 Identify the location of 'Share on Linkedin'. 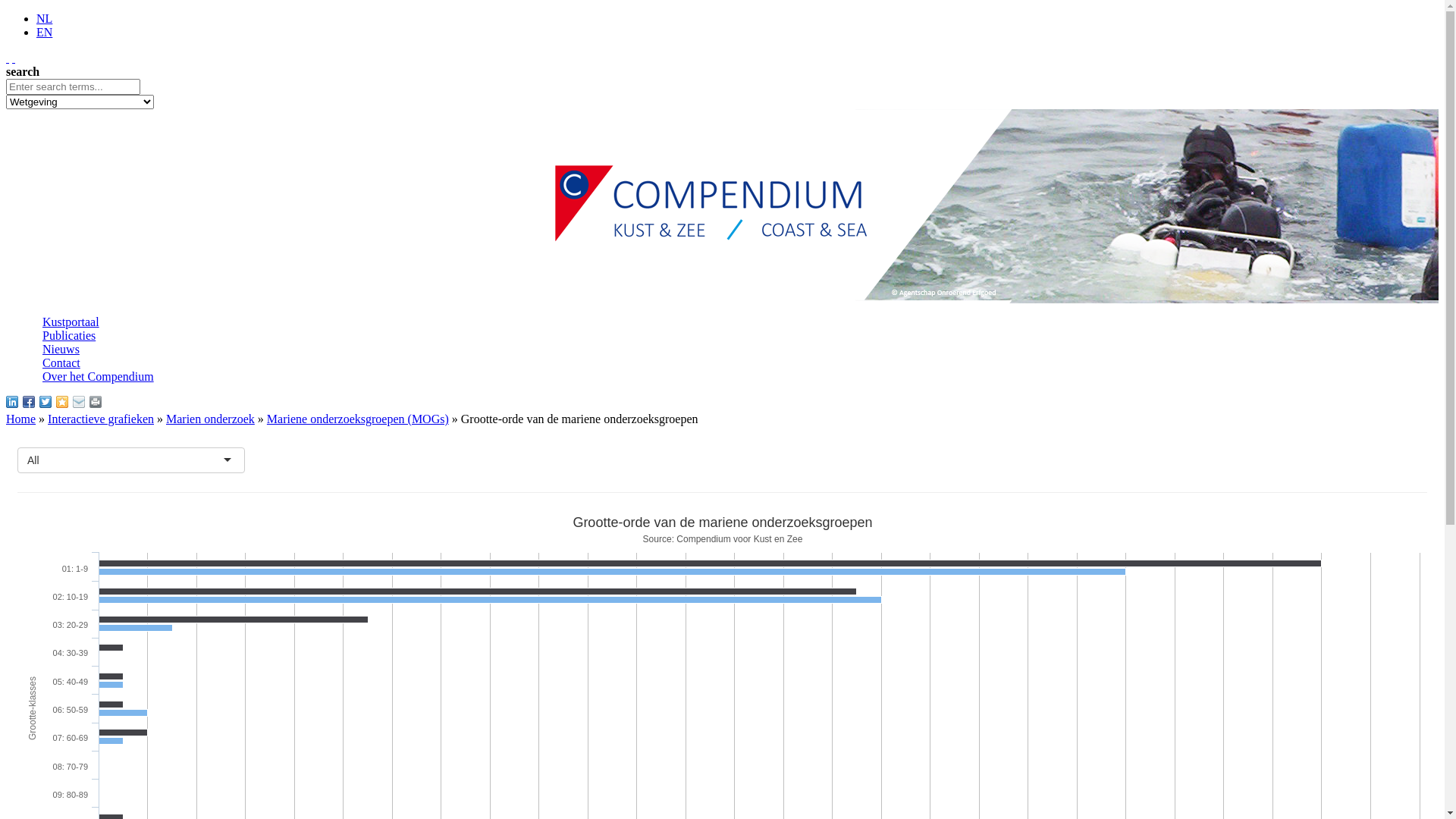
(11, 400).